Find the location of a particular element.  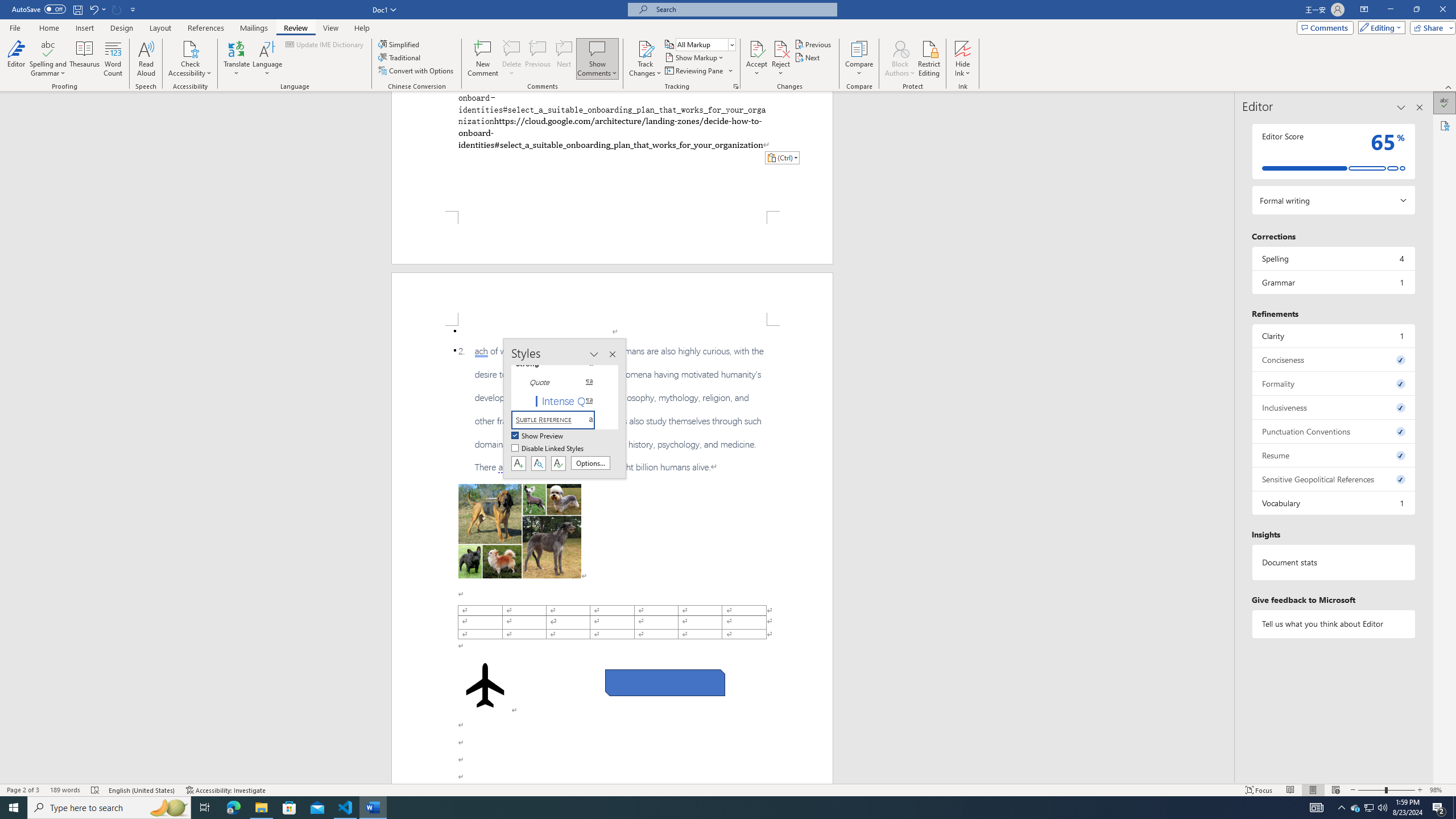

'Language' is located at coordinates (267, 59).